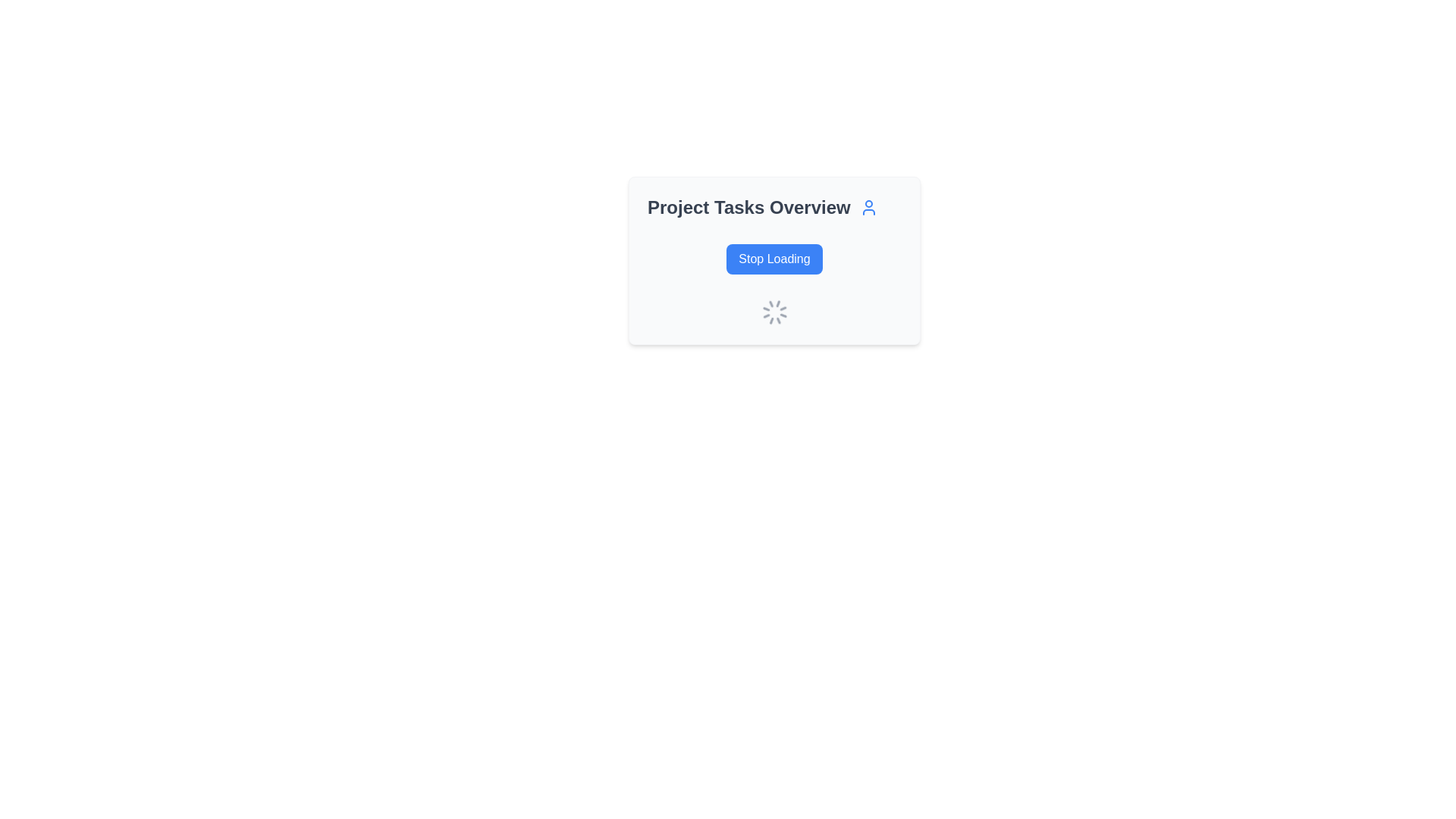 The image size is (1456, 819). I want to click on the user icon located to the right of the heading text 'Project Tasks Overview', so click(868, 207).